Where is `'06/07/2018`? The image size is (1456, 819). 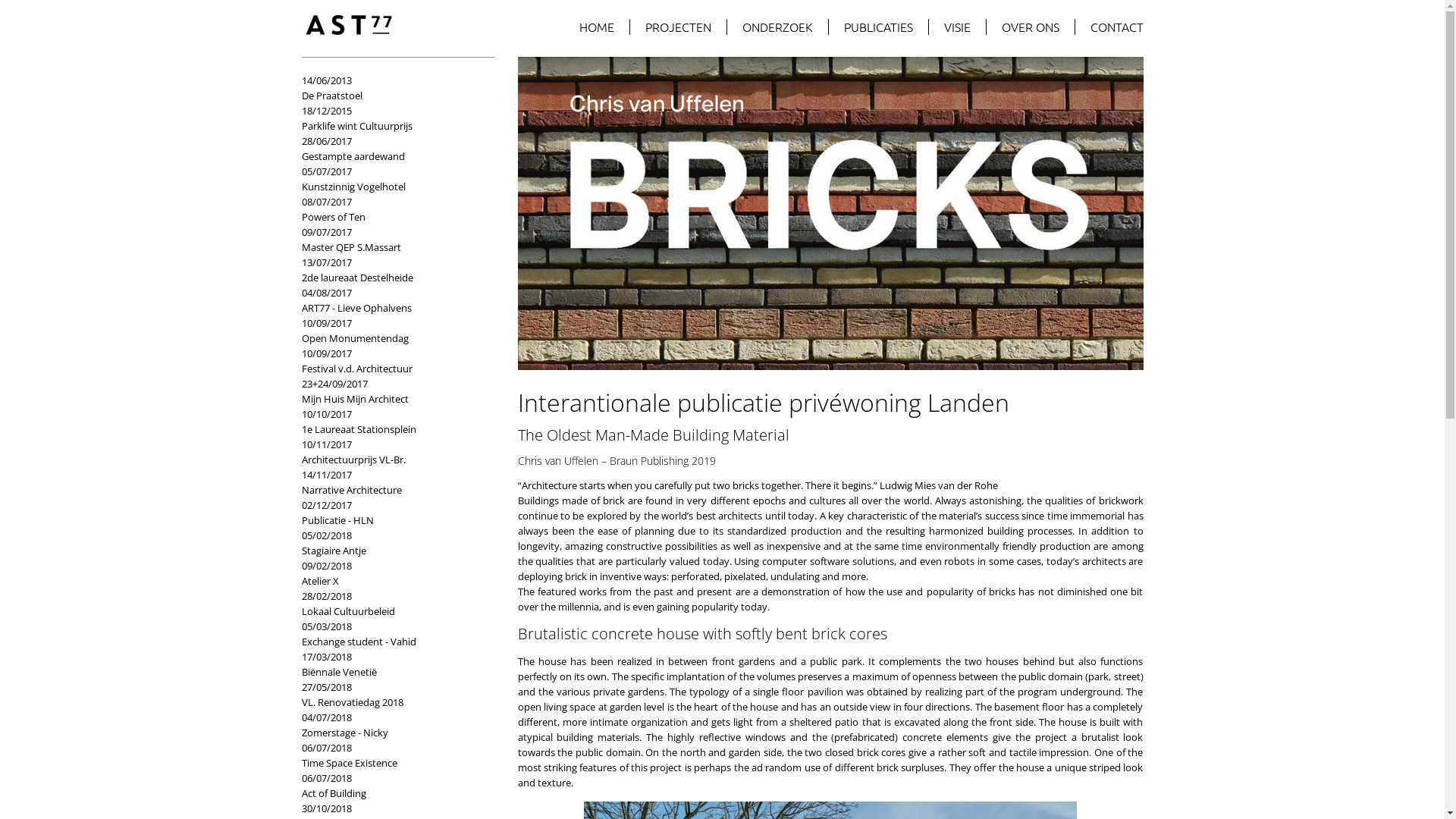 '06/07/2018 is located at coordinates (391, 785).